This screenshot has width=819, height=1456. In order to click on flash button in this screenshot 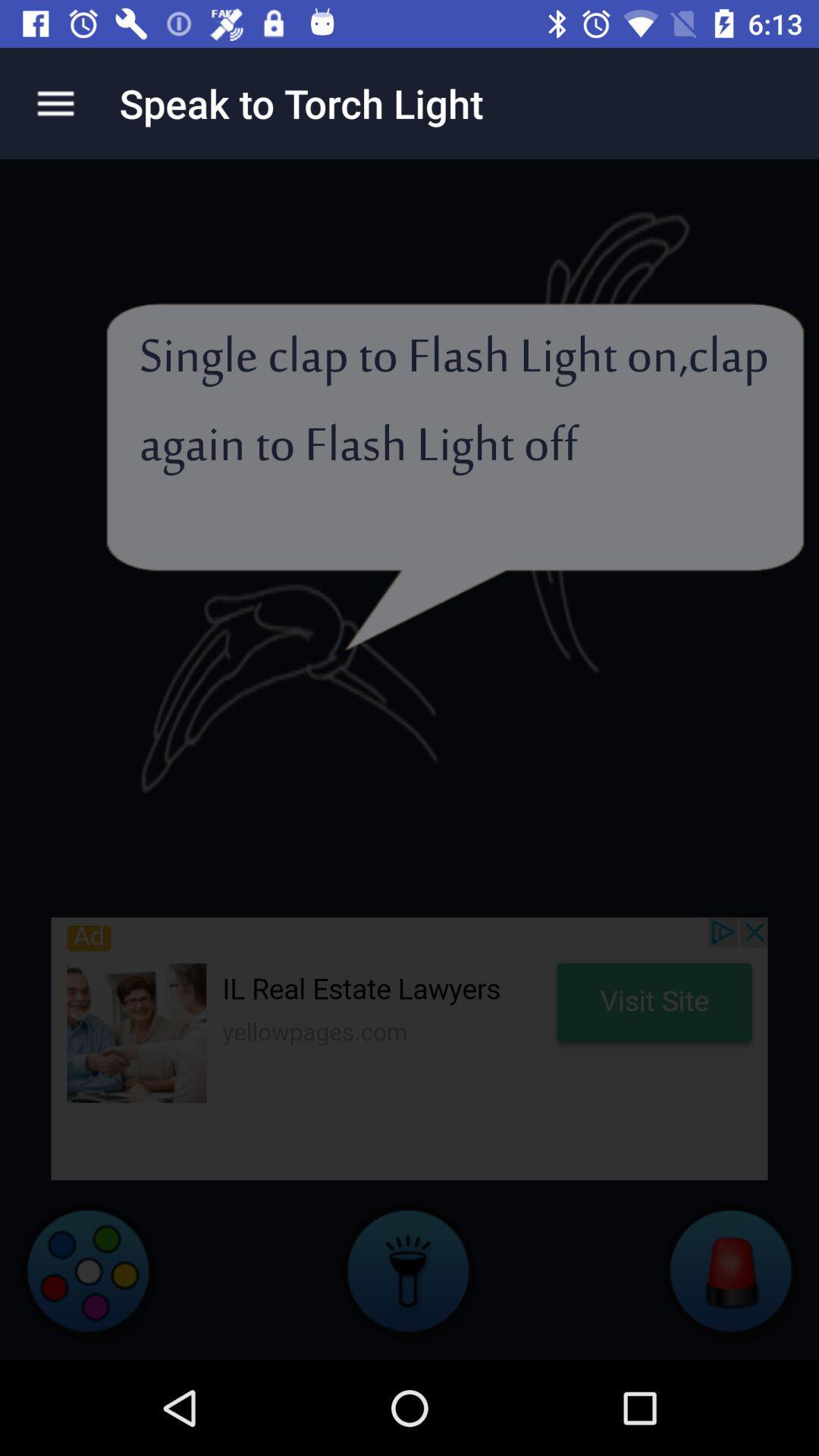, I will do `click(409, 1270)`.